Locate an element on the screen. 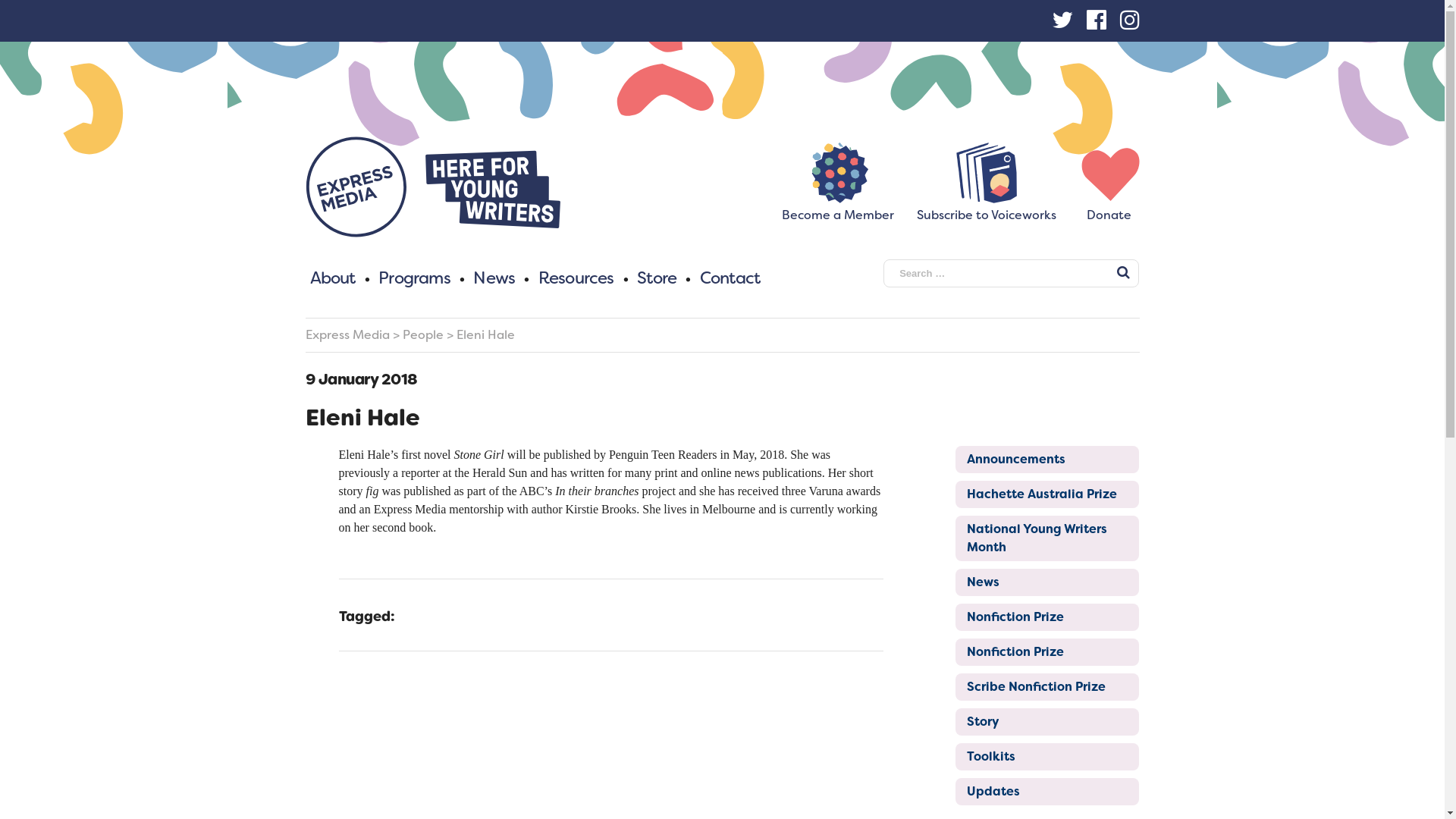  'Subscribe to Voiceworks' is located at coordinates (986, 209).